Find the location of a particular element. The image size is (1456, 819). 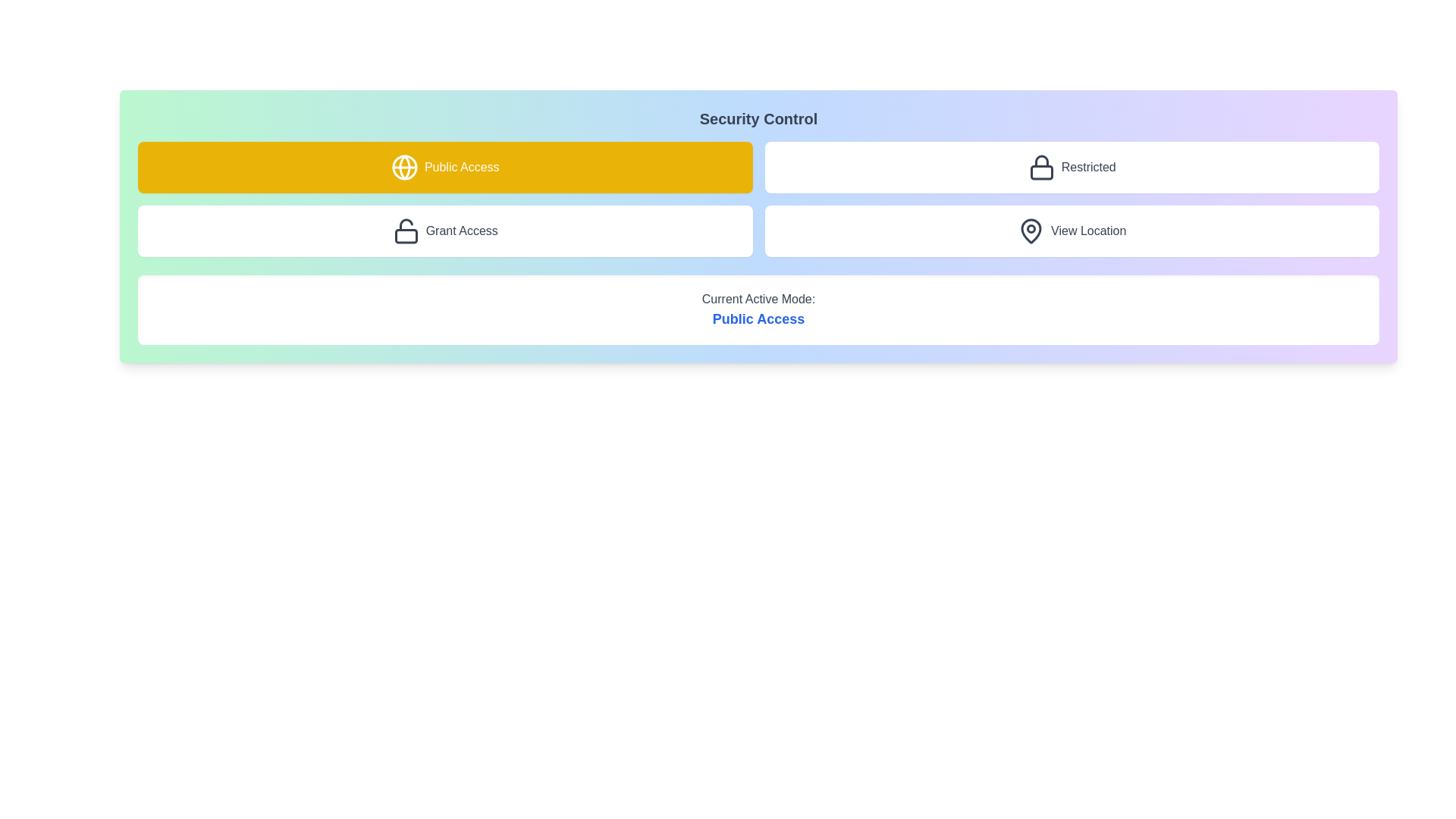

the mode Public Access by clicking on the corresponding button is located at coordinates (444, 167).